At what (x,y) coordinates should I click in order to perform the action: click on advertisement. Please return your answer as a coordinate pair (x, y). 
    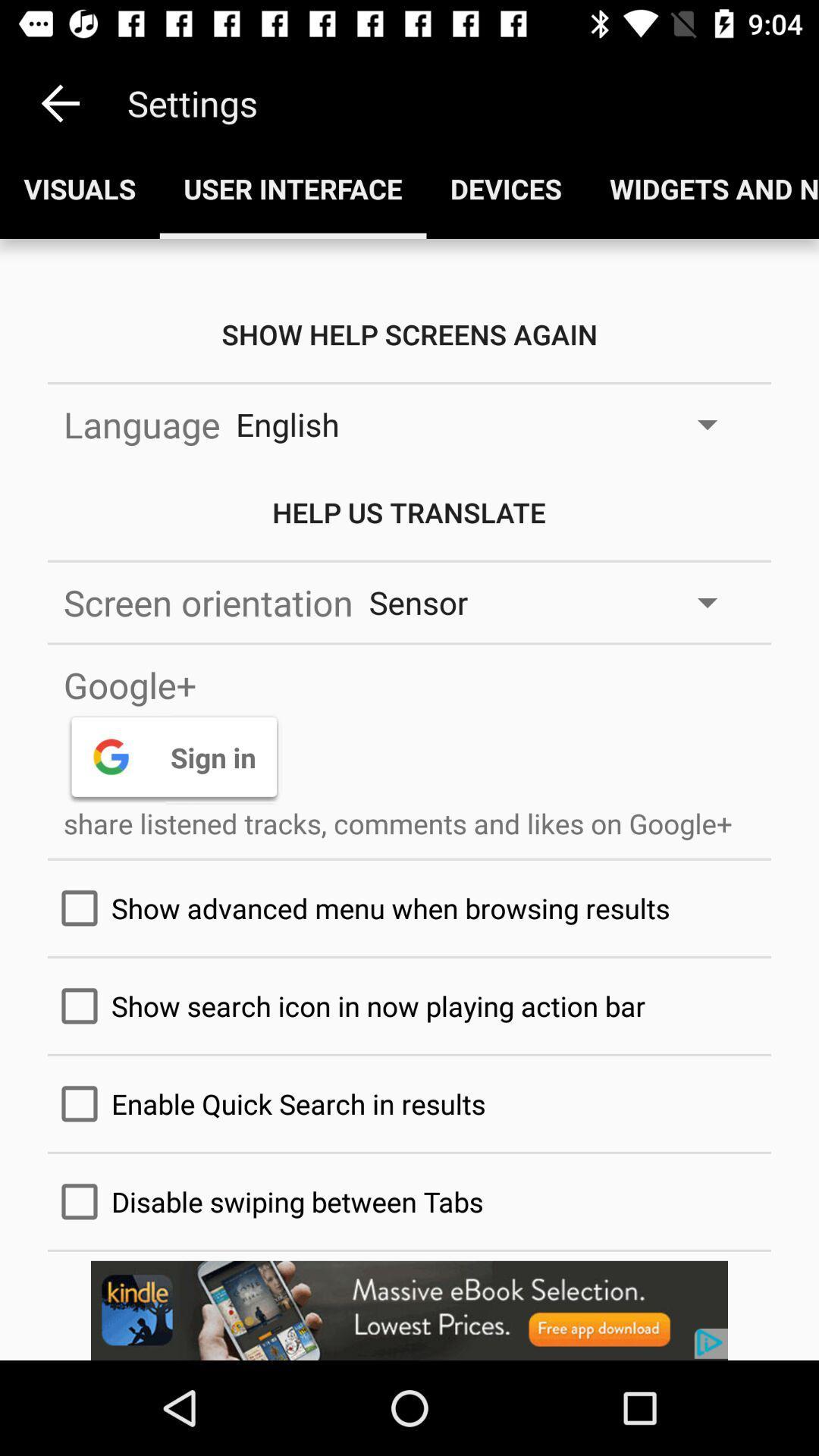
    Looking at the image, I should click on (409, 1310).